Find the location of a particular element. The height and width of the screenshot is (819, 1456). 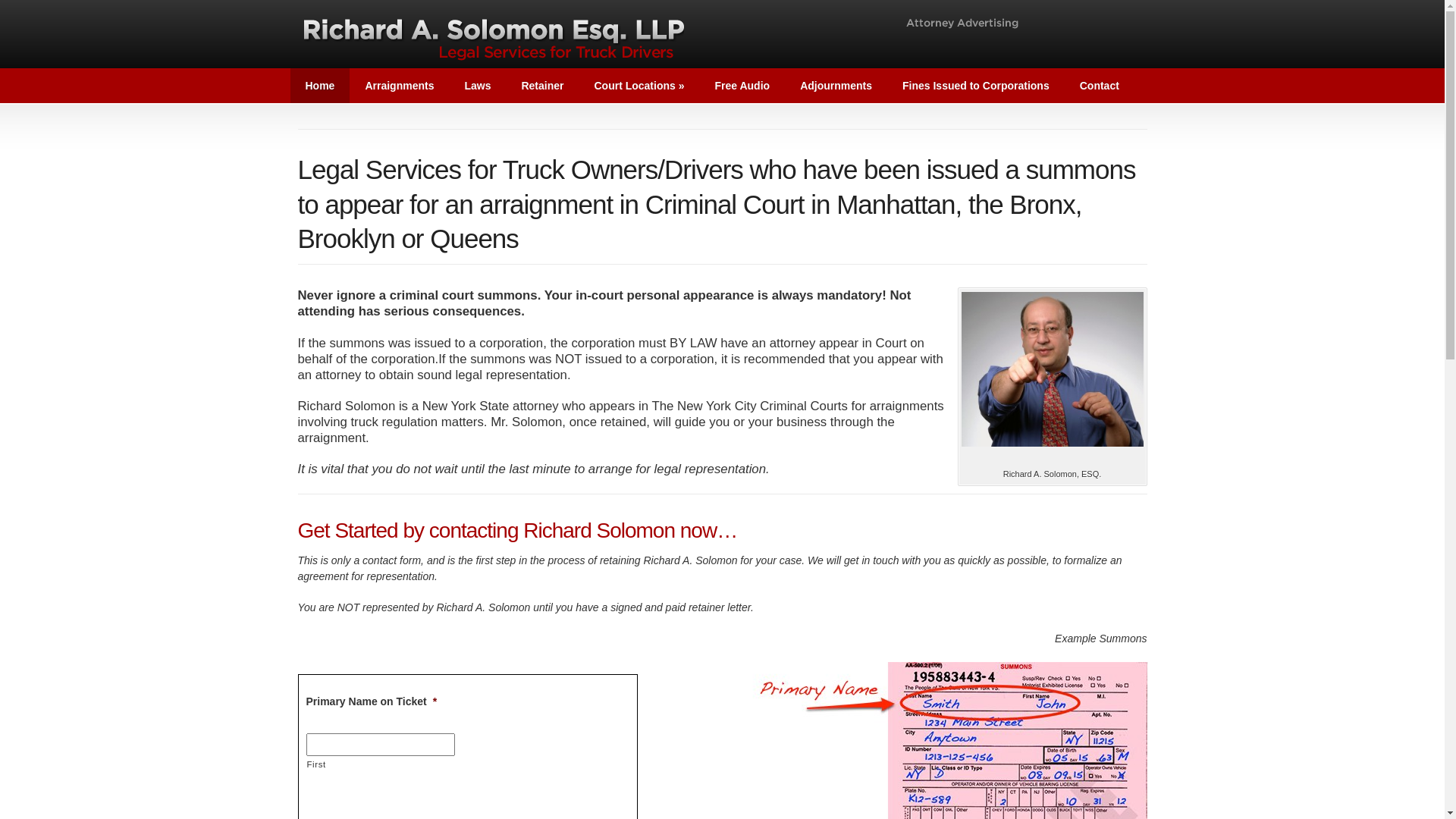

'Fines Issued to Corporations' is located at coordinates (887, 85).